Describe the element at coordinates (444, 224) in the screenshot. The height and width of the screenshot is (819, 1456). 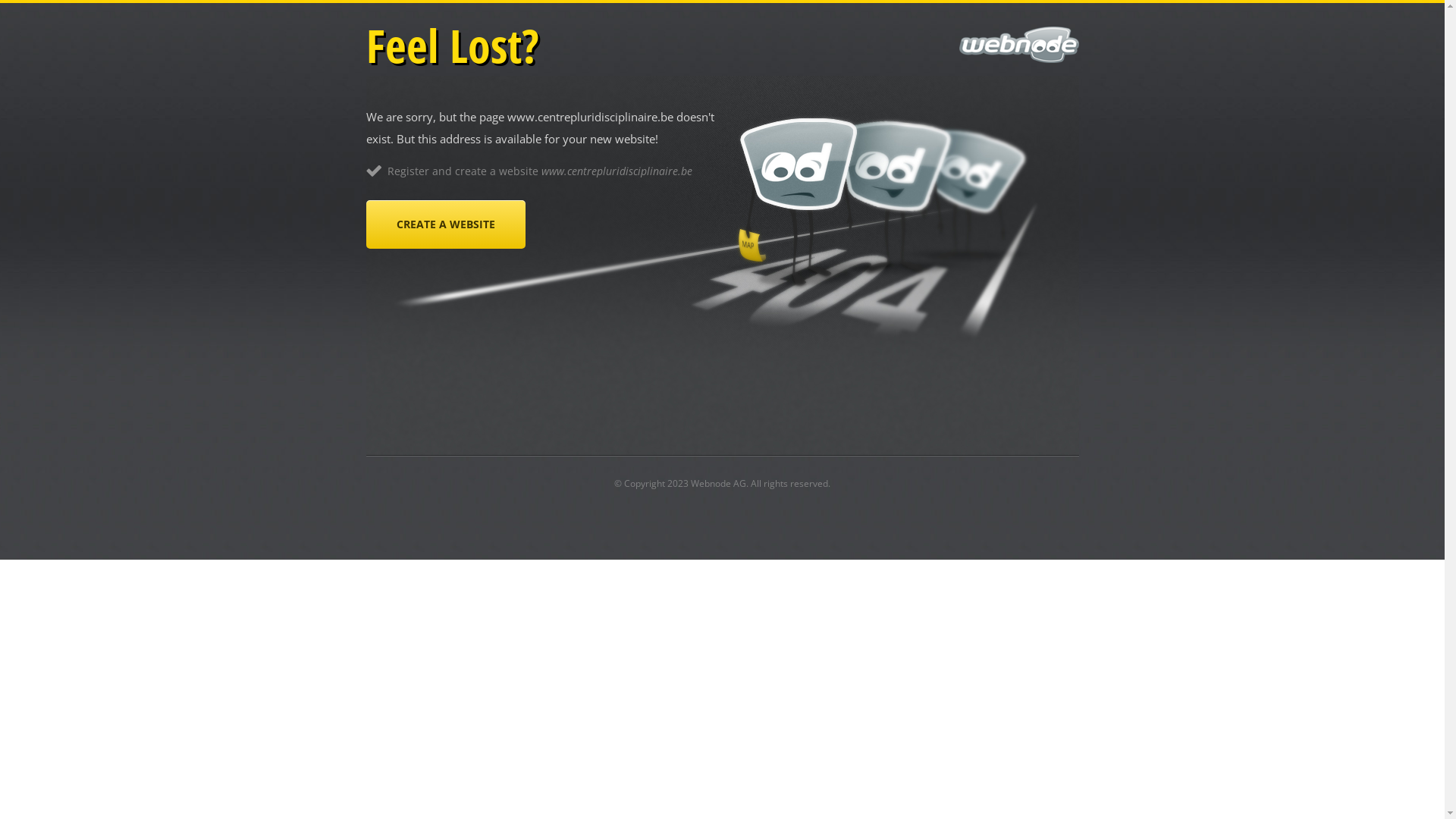
I see `'CREATE A WEBSITE'` at that location.